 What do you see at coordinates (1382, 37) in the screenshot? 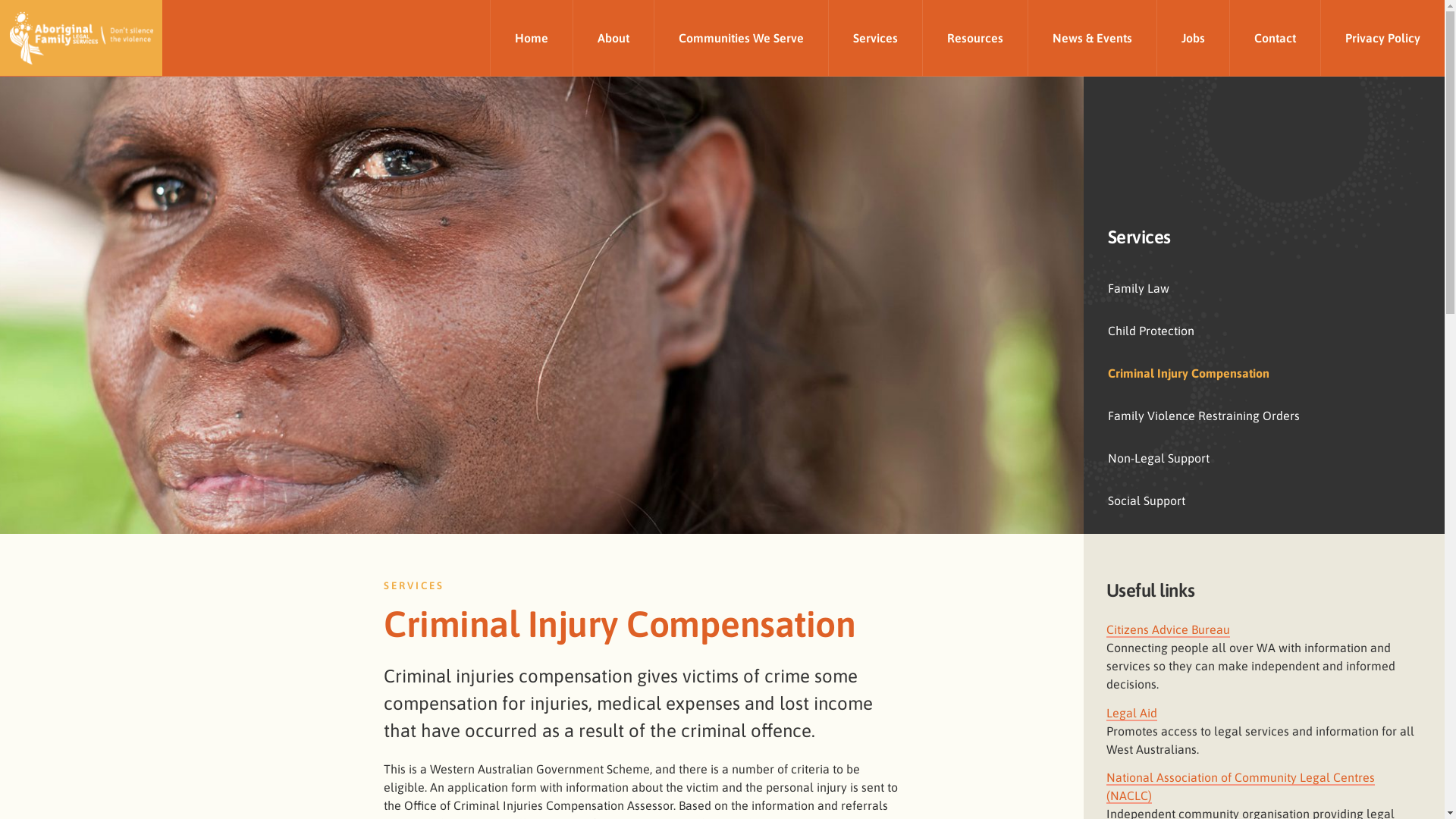
I see `'Privacy Policy'` at bounding box center [1382, 37].